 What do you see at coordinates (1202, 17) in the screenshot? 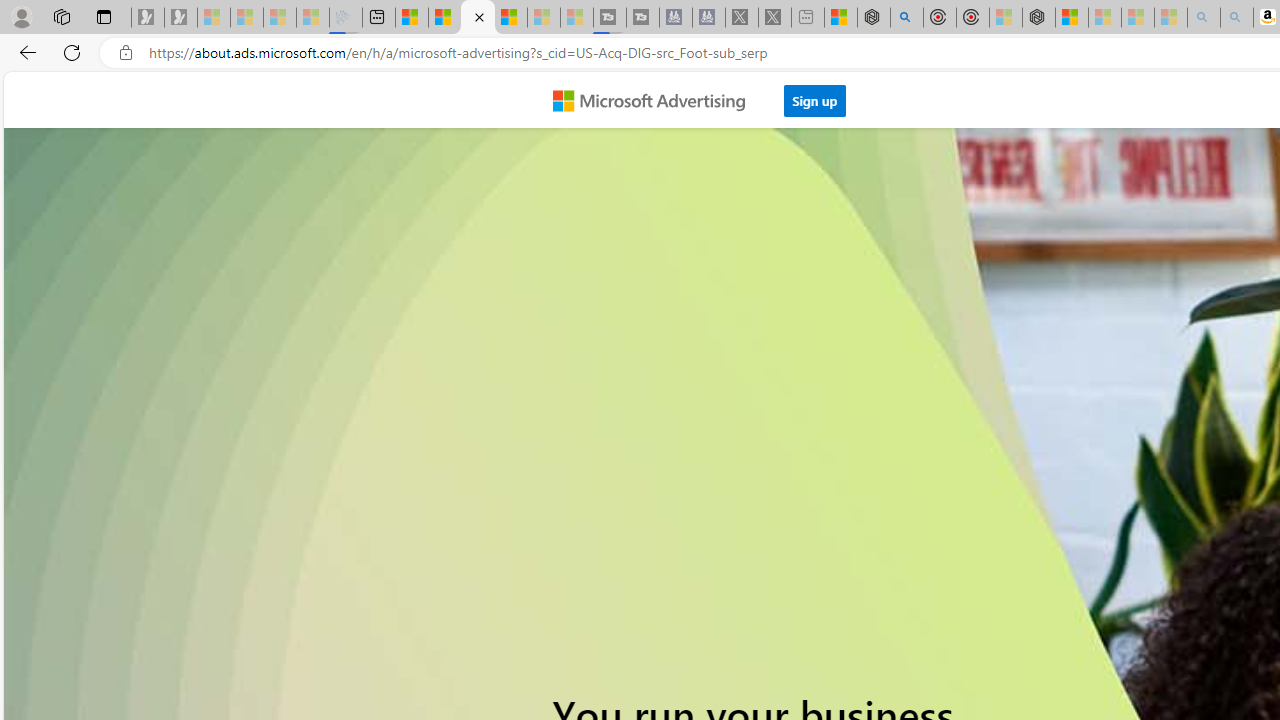
I see `'amazon - Search - Sleeping'` at bounding box center [1202, 17].